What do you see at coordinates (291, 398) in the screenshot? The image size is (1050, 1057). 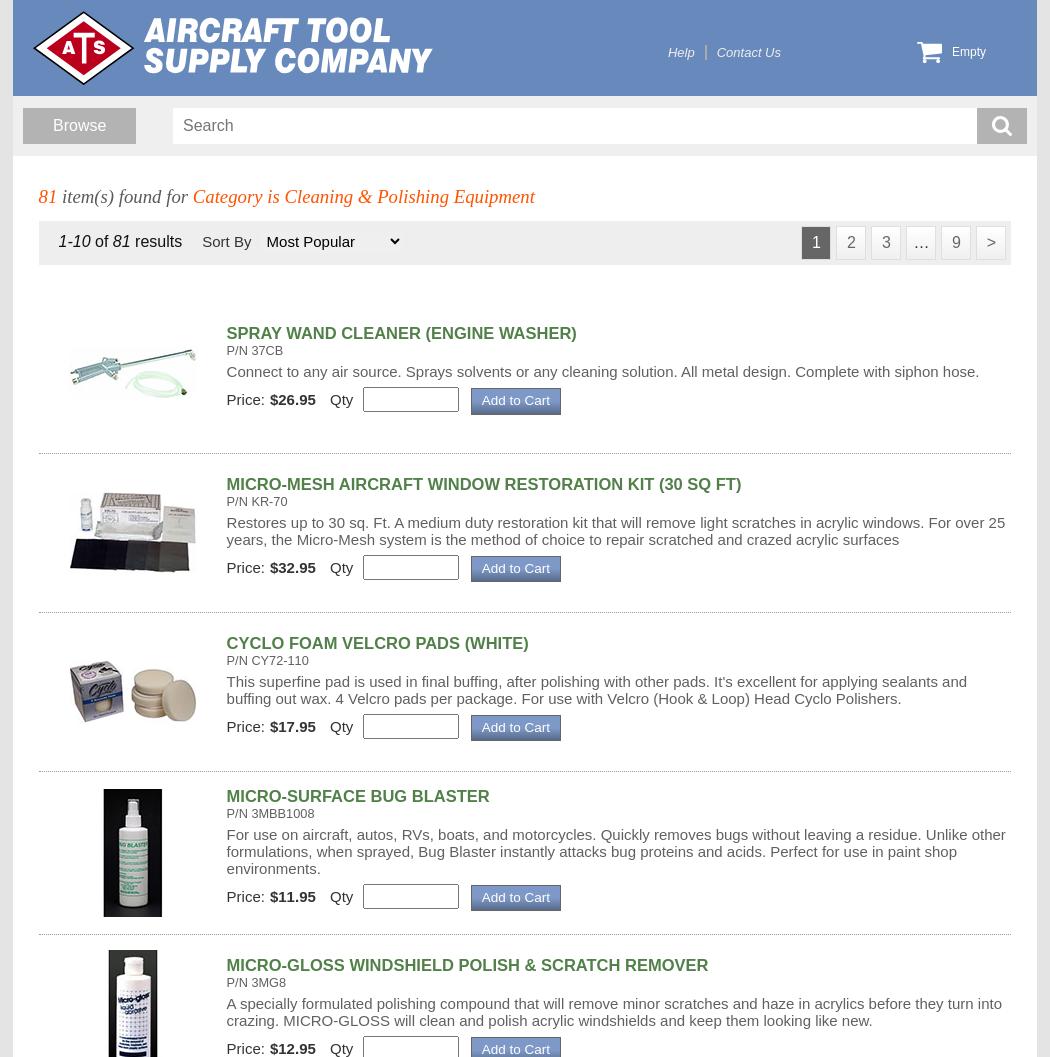 I see `'$26.95'` at bounding box center [291, 398].